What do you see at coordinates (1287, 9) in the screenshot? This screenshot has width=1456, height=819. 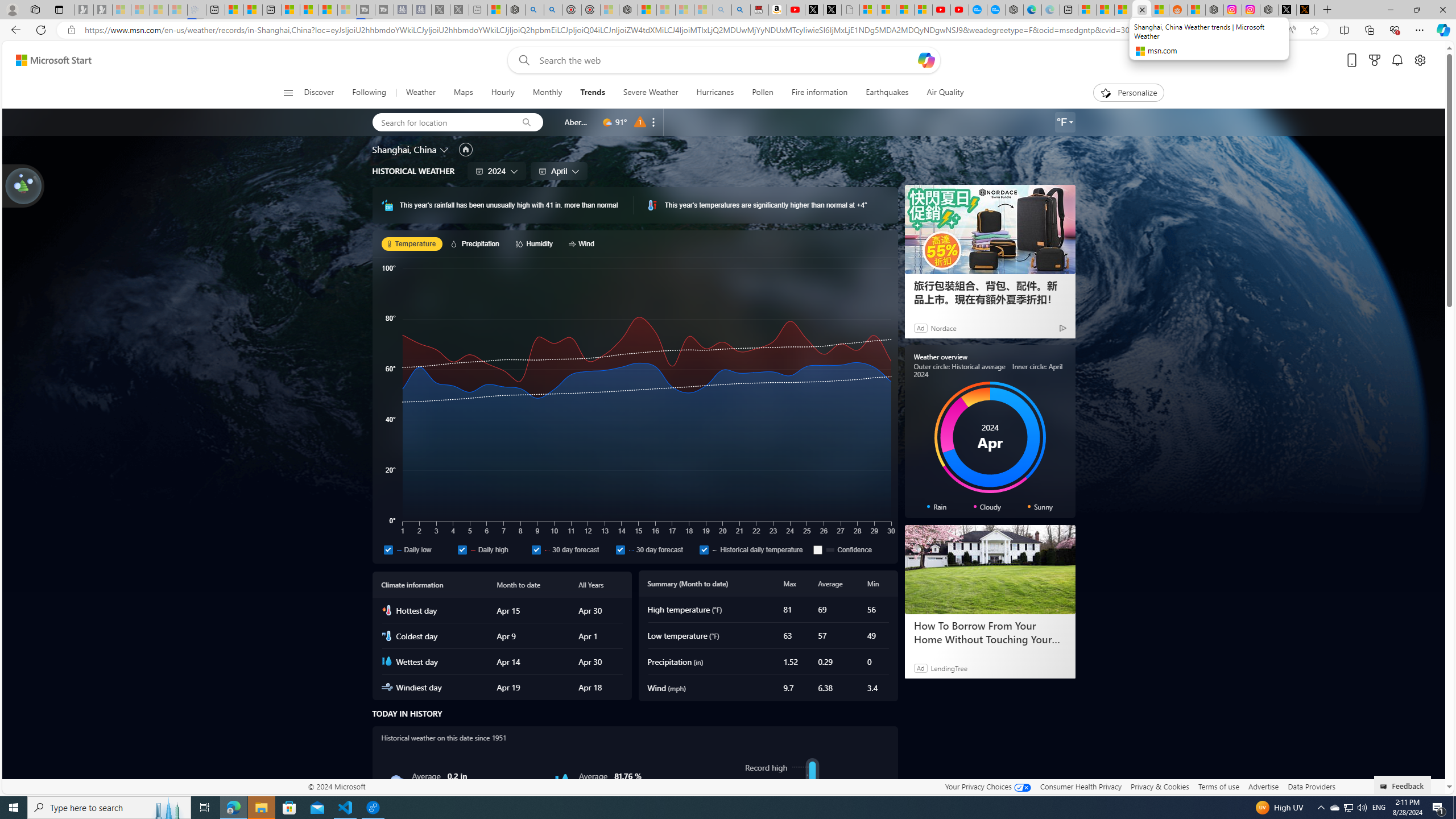 I see `'Nordace (@NordaceOfficial) / X'` at bounding box center [1287, 9].